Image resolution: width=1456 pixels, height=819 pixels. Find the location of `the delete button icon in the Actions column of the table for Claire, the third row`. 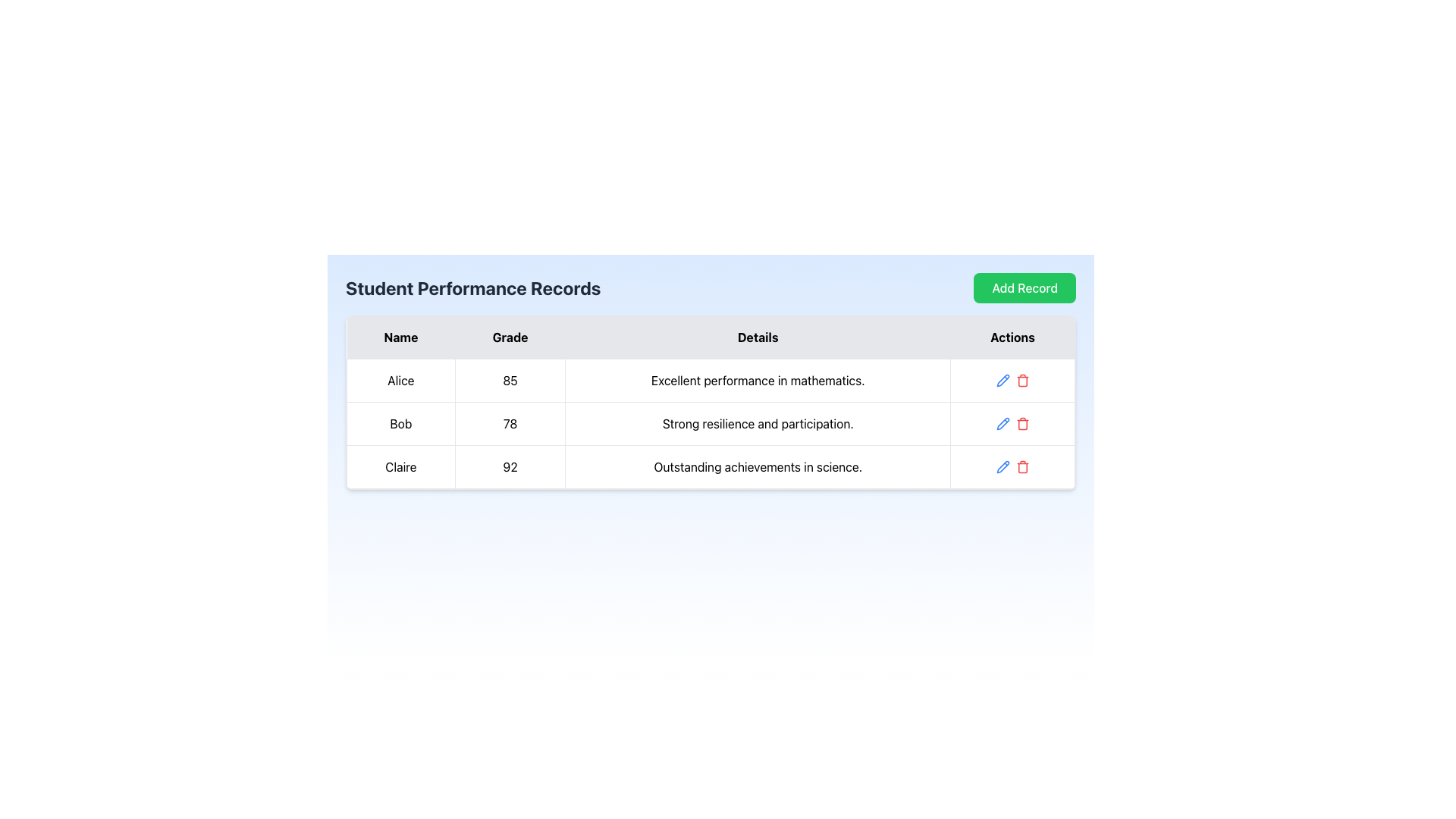

the delete button icon in the Actions column of the table for Claire, the third row is located at coordinates (1022, 466).